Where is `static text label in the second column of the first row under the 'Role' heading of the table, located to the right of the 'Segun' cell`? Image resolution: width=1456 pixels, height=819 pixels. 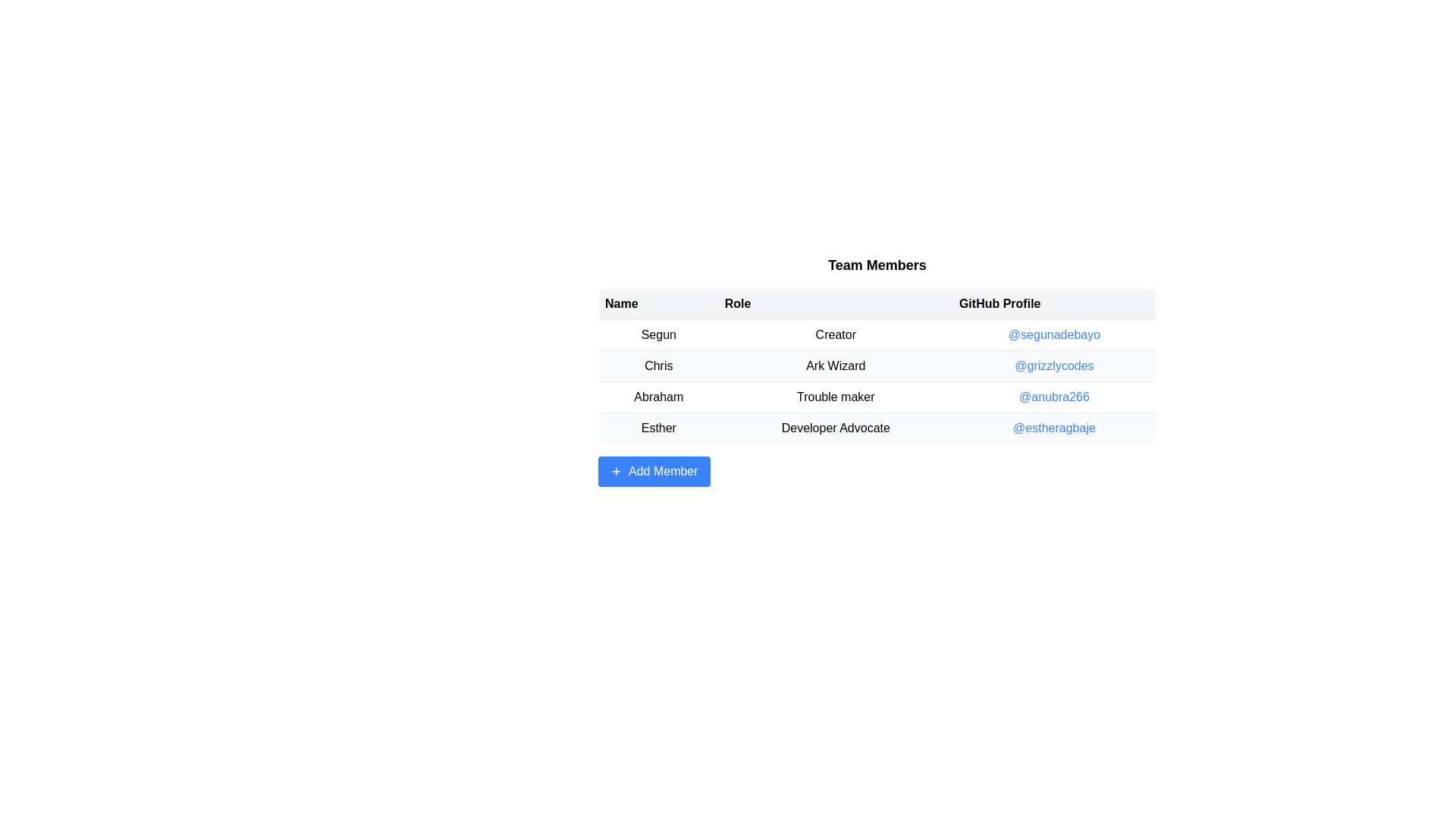
static text label in the second column of the first row under the 'Role' heading of the table, located to the right of the 'Segun' cell is located at coordinates (835, 334).